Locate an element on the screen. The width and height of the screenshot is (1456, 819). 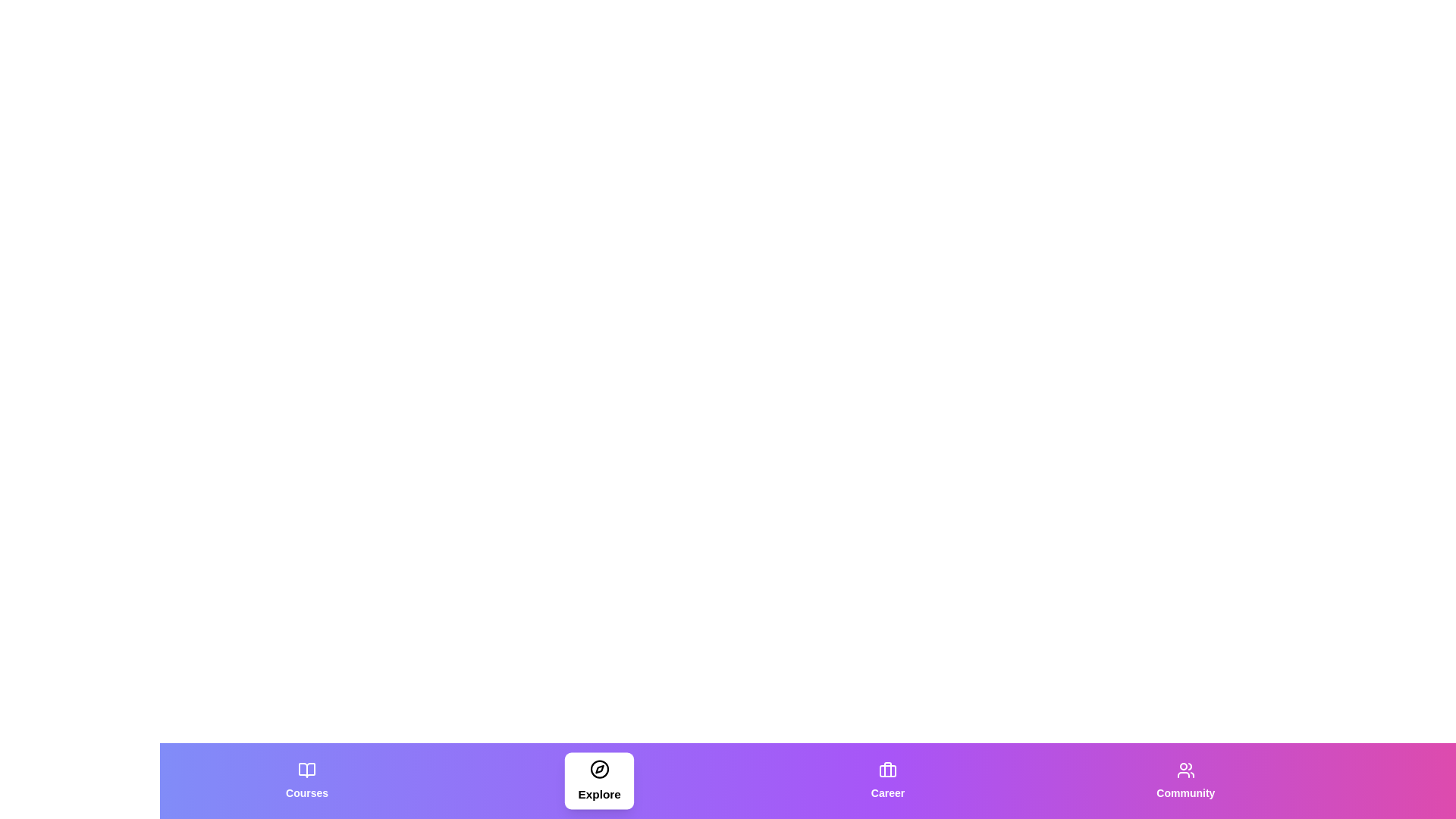
the tab labeled Explore is located at coordinates (598, 780).